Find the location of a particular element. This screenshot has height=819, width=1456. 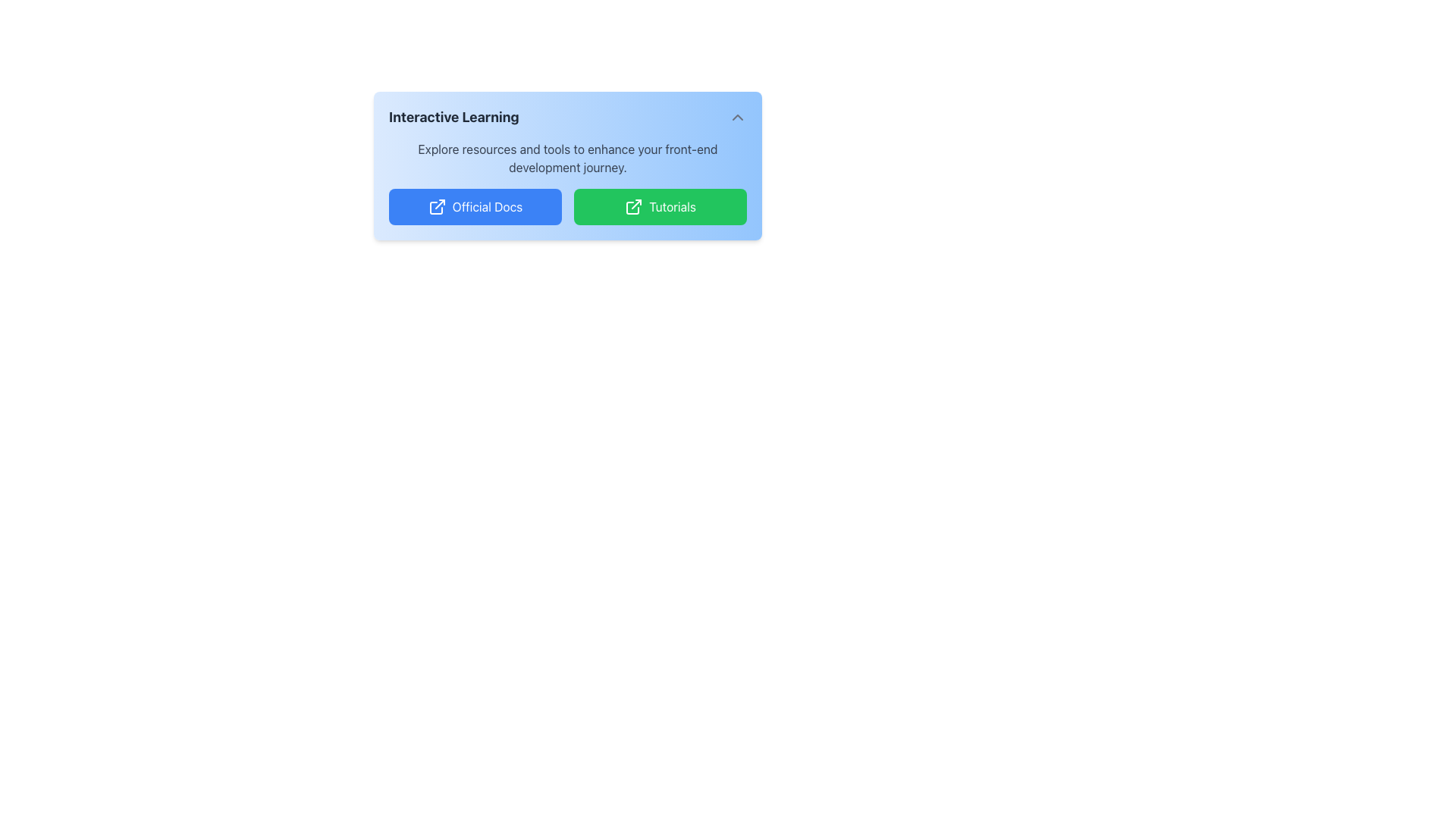

the centrally positioned Label or Static Text that provides context or guidance for the section, located above the 'Official Docs' and 'Tutorials' buttons is located at coordinates (566, 158).